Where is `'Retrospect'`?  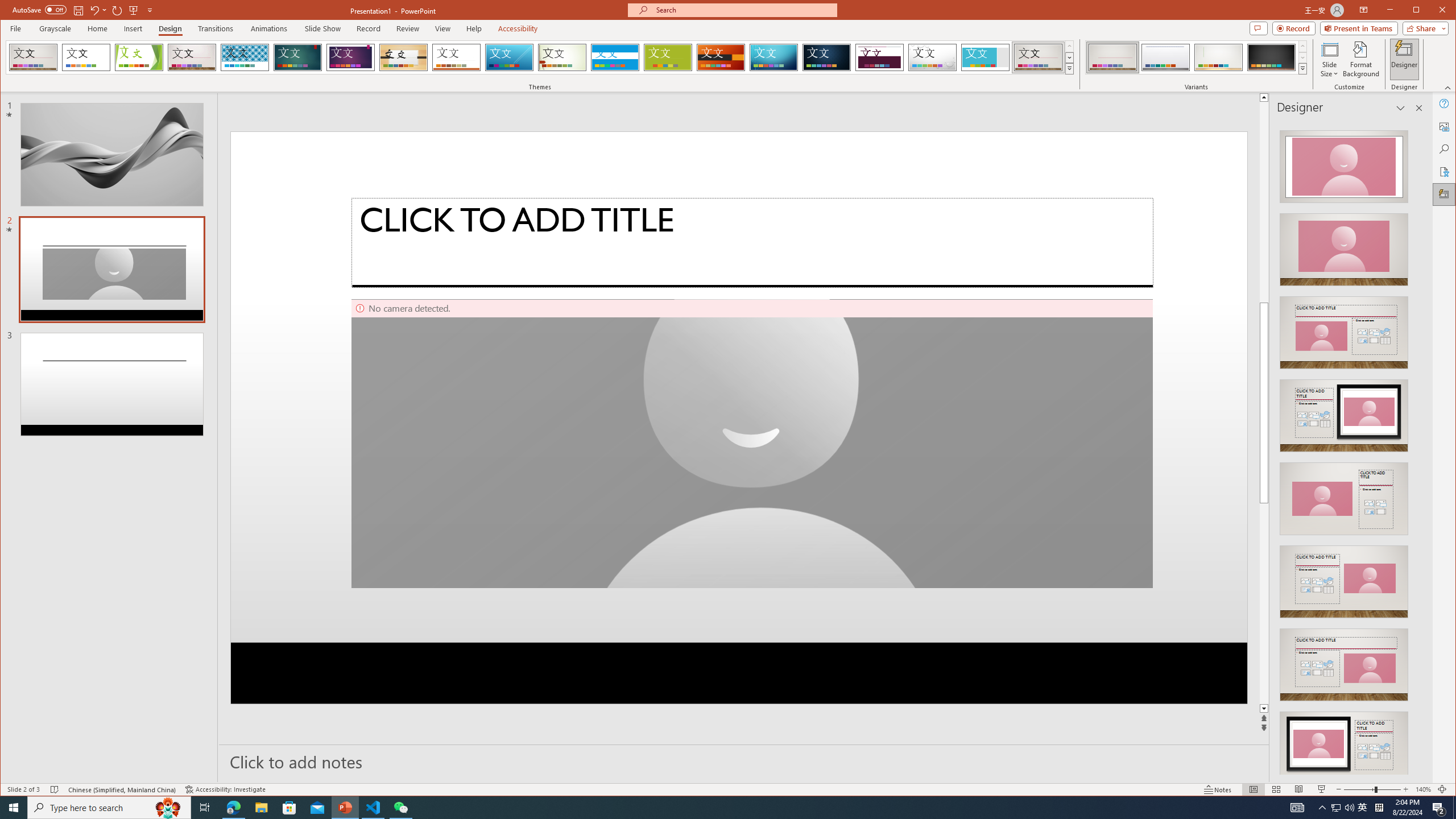
'Retrospect' is located at coordinates (456, 57).